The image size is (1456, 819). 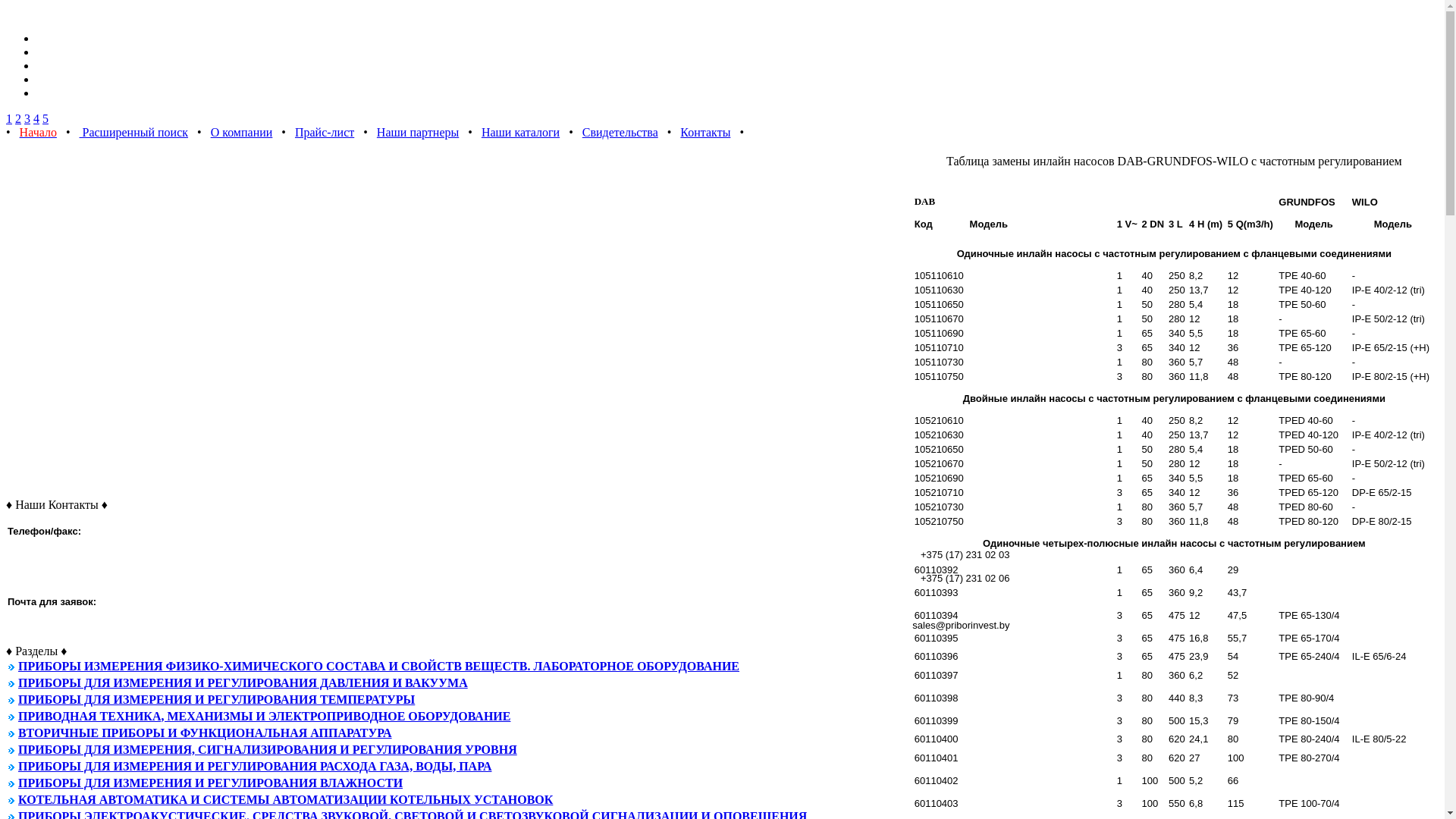 What do you see at coordinates (6, 118) in the screenshot?
I see `'1'` at bounding box center [6, 118].